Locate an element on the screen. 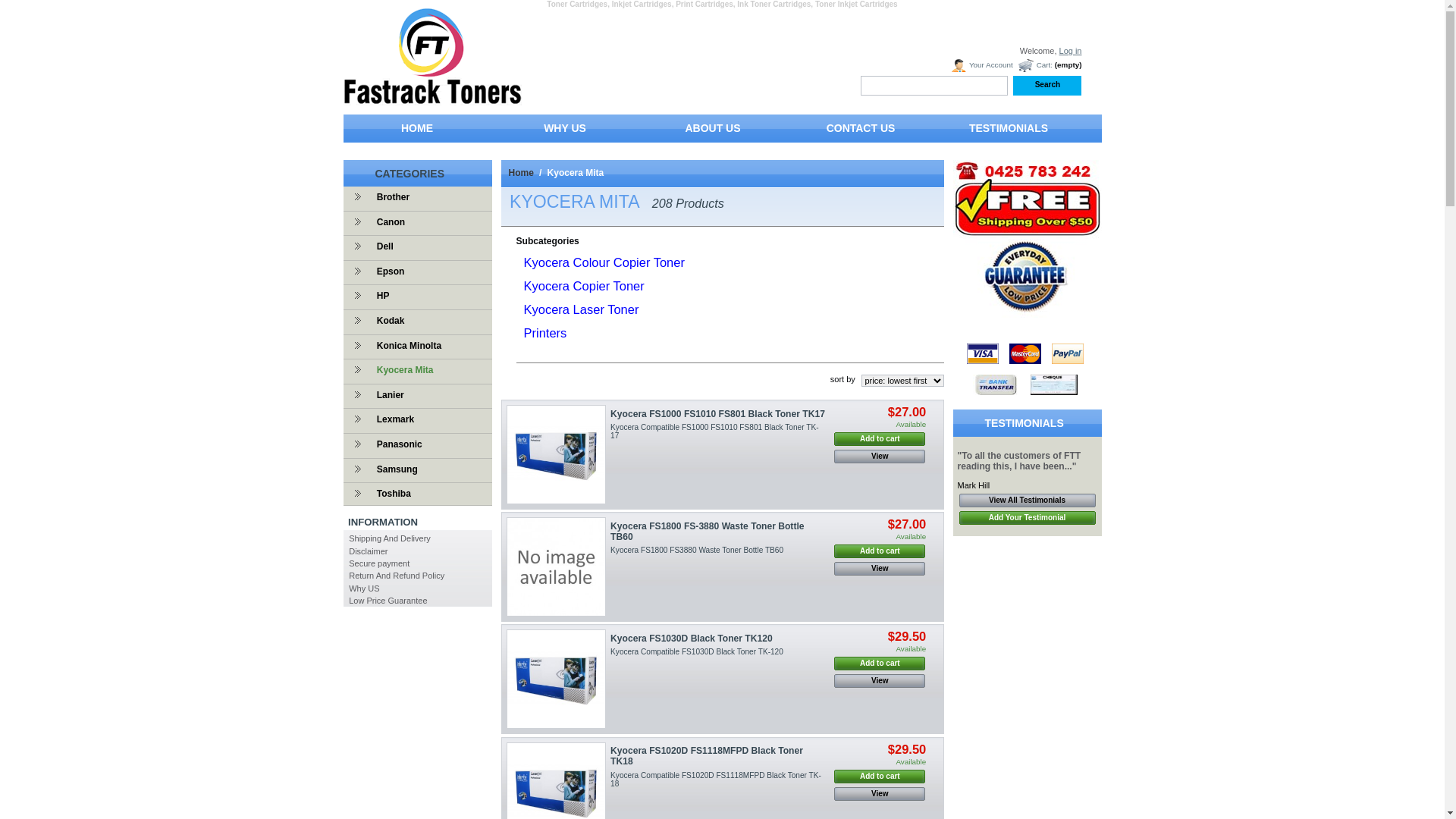  'Kyocera FS1800 FS3880 Waste Toner Bottle TB60' is located at coordinates (695, 550).